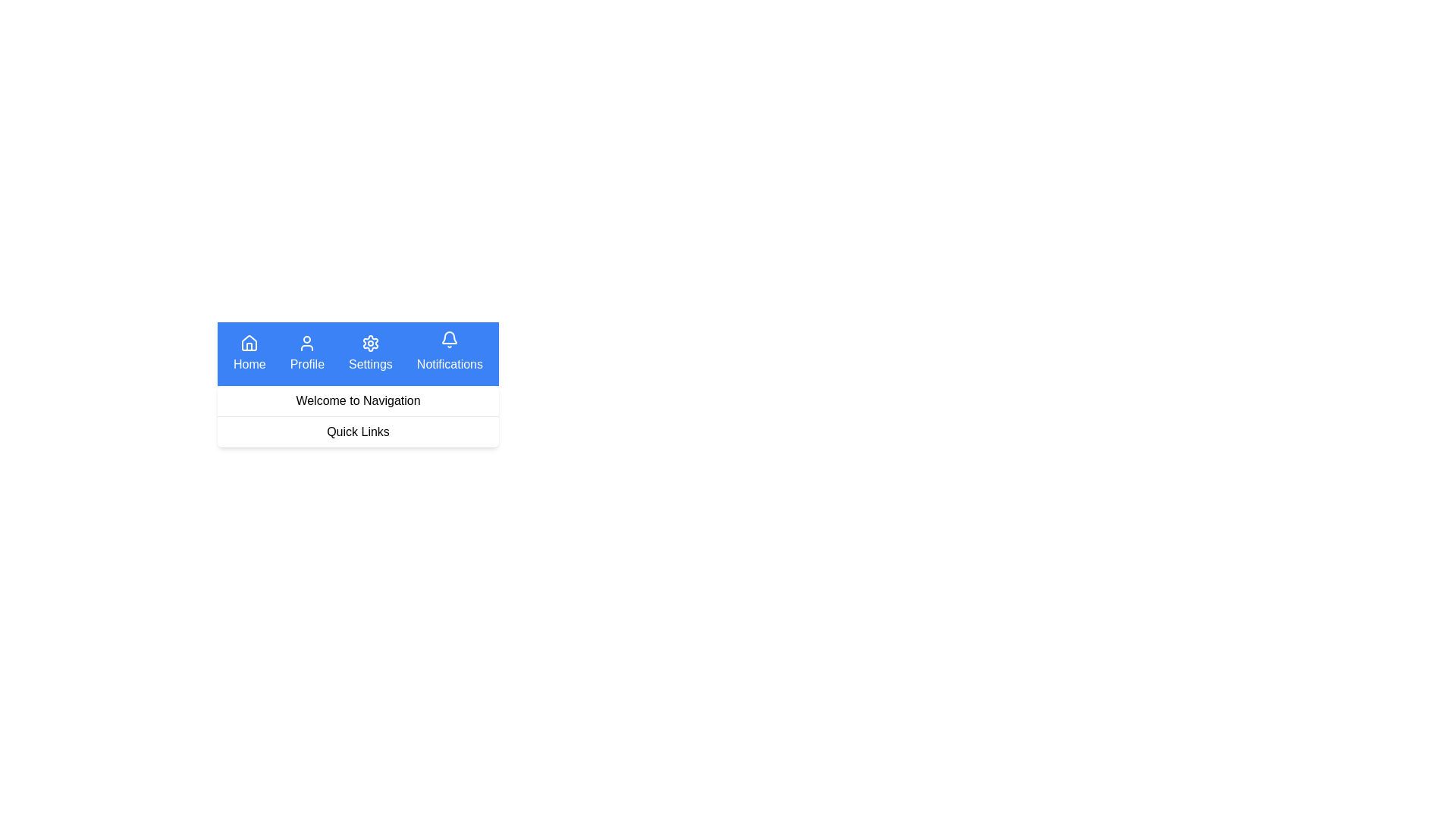 The image size is (1456, 819). I want to click on the Settings navigation button, so click(371, 353).